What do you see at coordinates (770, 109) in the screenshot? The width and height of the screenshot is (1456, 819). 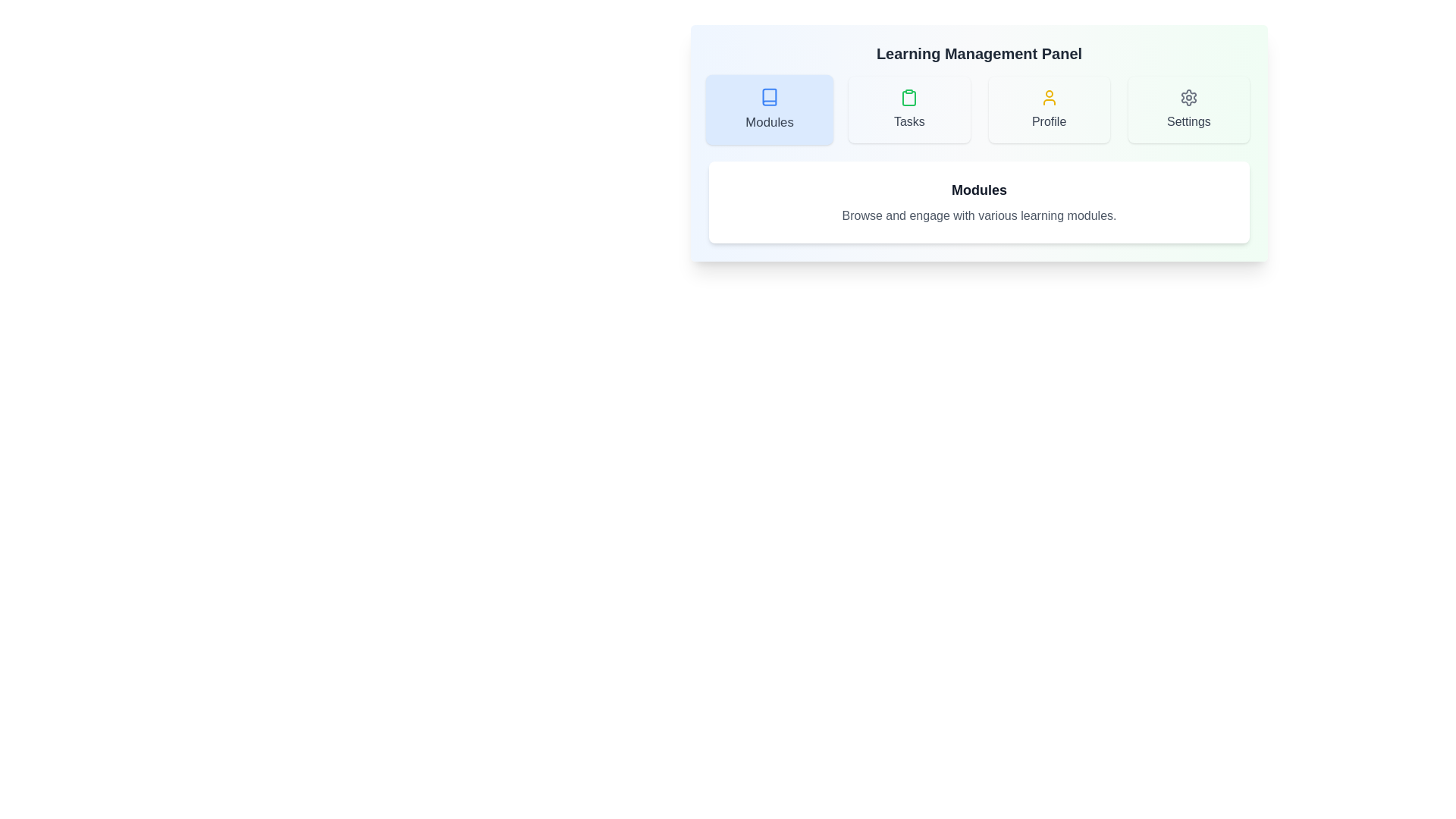 I see `the Modules tab to navigate` at bounding box center [770, 109].